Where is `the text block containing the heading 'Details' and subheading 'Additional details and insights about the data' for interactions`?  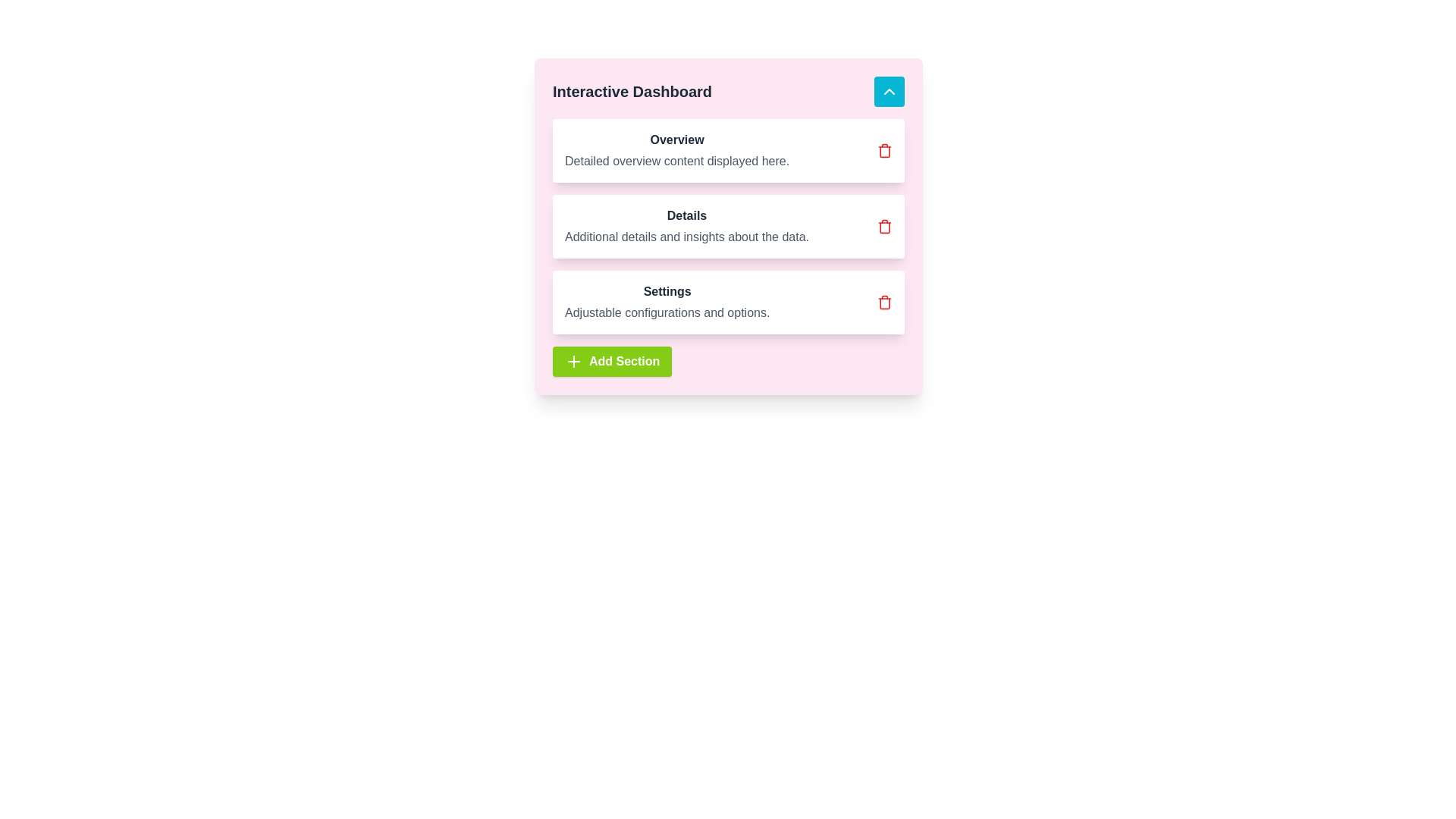
the text block containing the heading 'Details' and subheading 'Additional details and insights about the data' for interactions is located at coordinates (686, 227).